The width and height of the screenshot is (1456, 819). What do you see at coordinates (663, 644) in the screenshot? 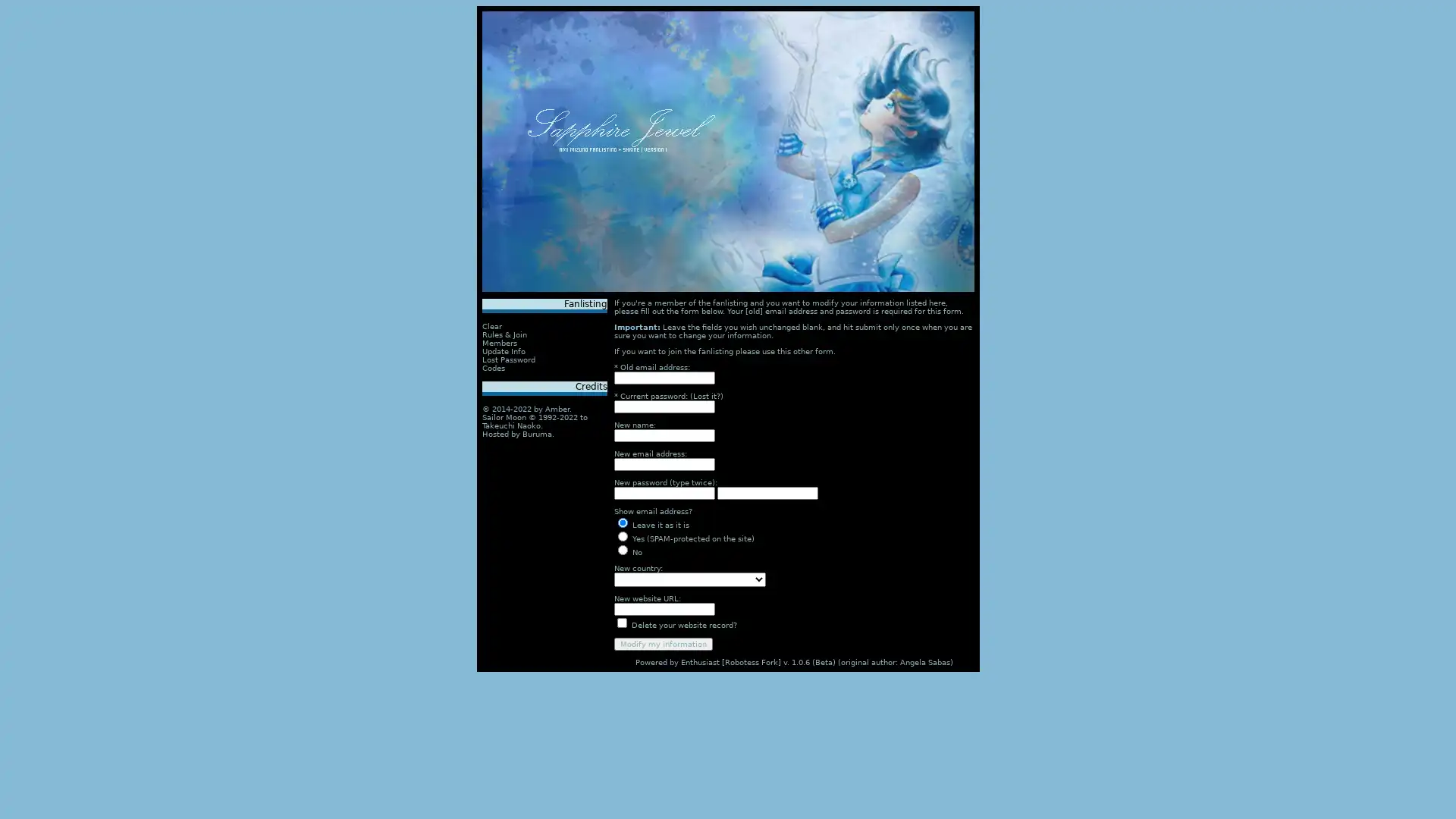
I see `Modify my information` at bounding box center [663, 644].